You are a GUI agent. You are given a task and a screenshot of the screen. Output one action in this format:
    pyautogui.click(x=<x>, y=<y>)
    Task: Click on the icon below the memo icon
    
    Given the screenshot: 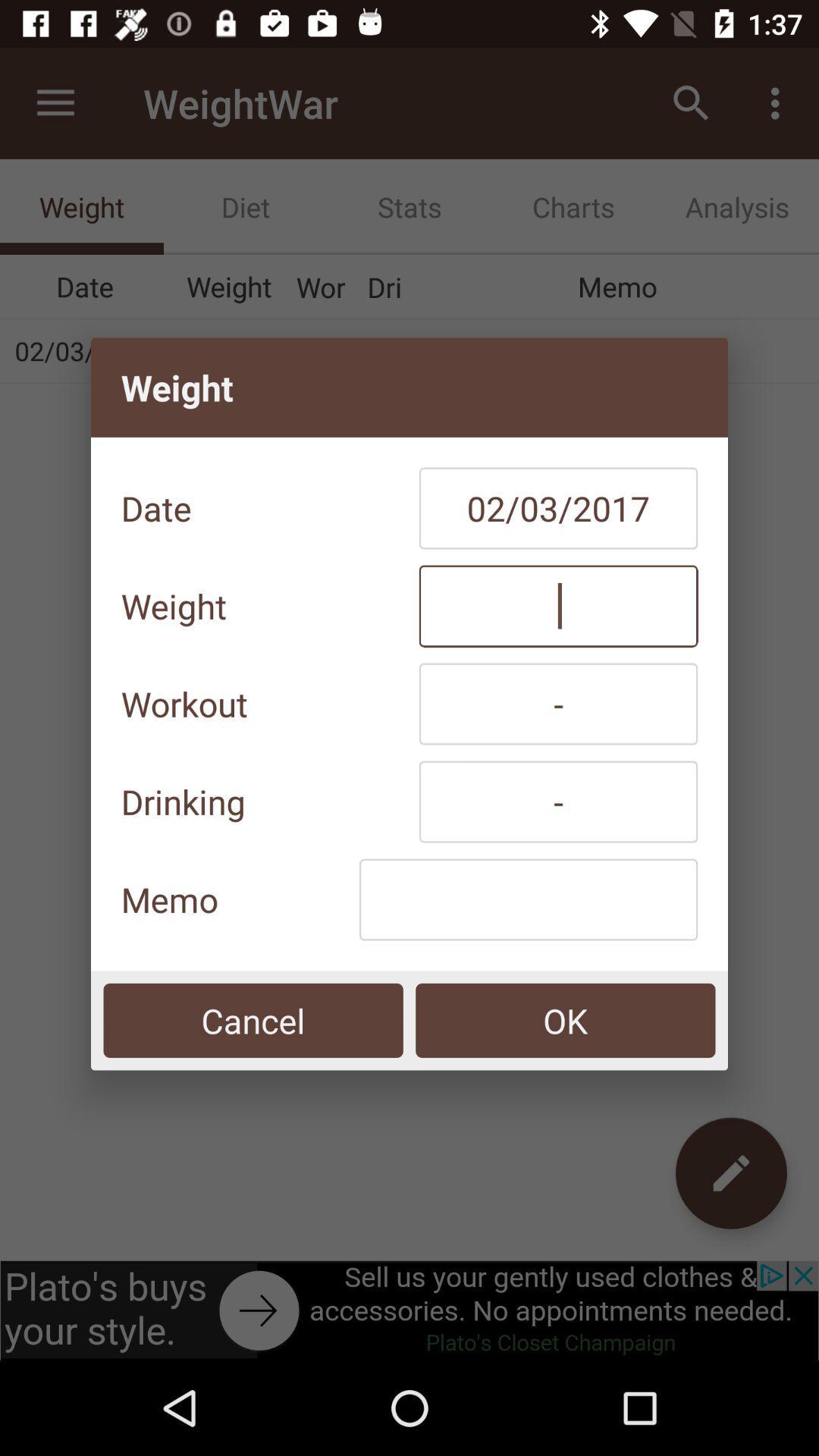 What is the action you would take?
    pyautogui.click(x=253, y=1020)
    